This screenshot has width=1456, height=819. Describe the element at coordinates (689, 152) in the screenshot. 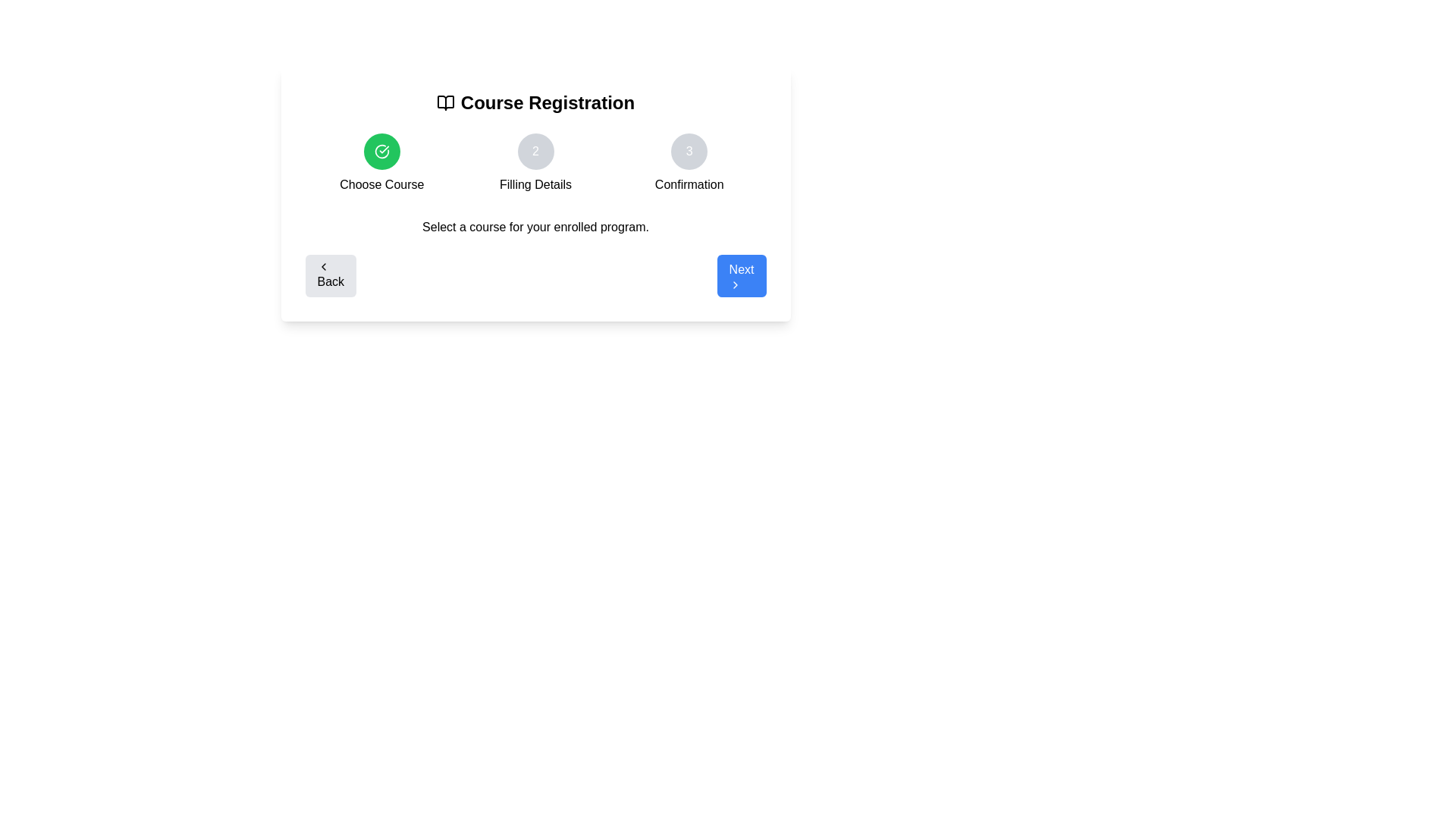

I see `the numeral '3' displayed in the center of a circular gray button, which indicates the 'Confirmation' step in the Course Registration process` at that location.